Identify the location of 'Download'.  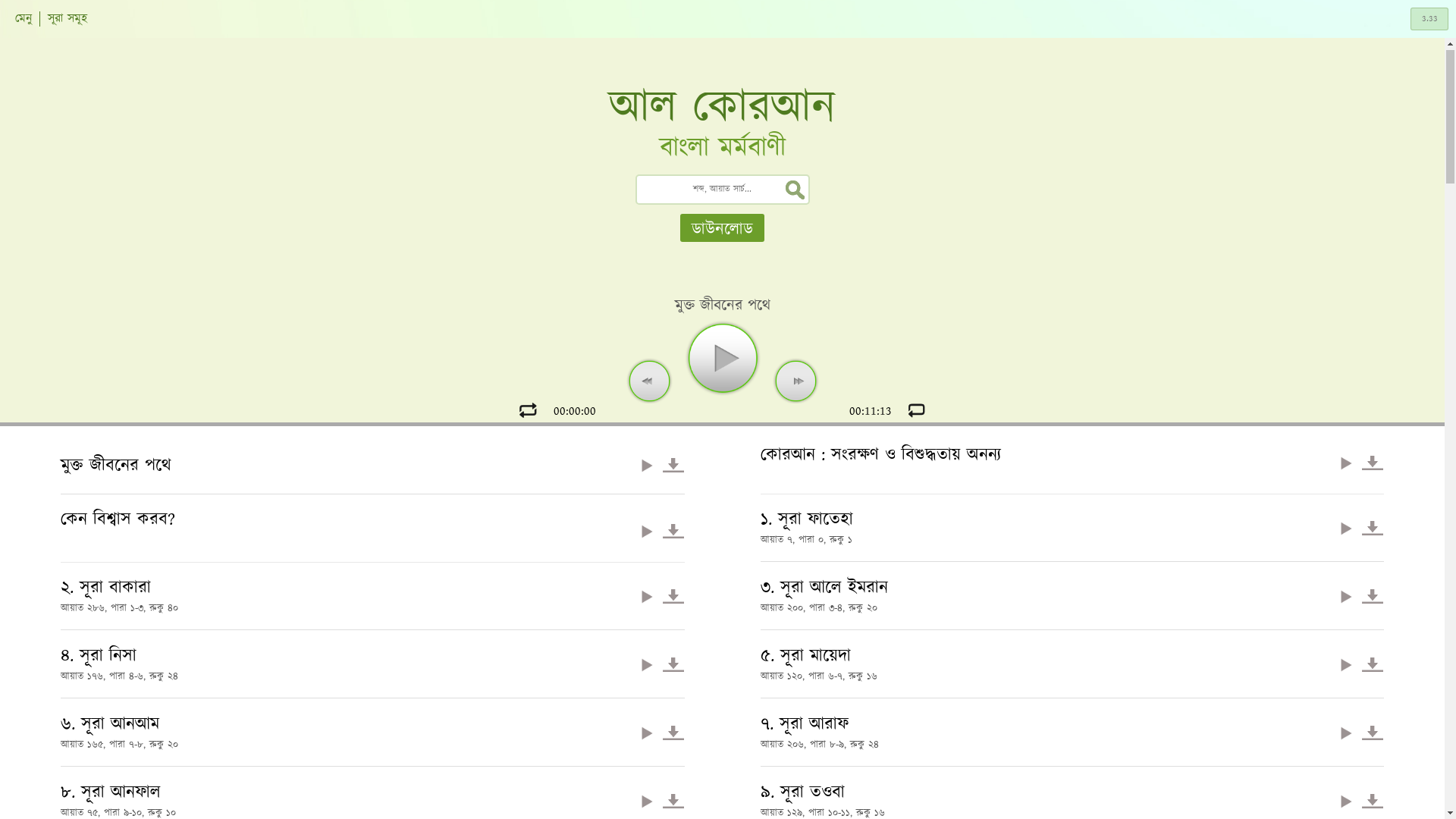
(1361, 527).